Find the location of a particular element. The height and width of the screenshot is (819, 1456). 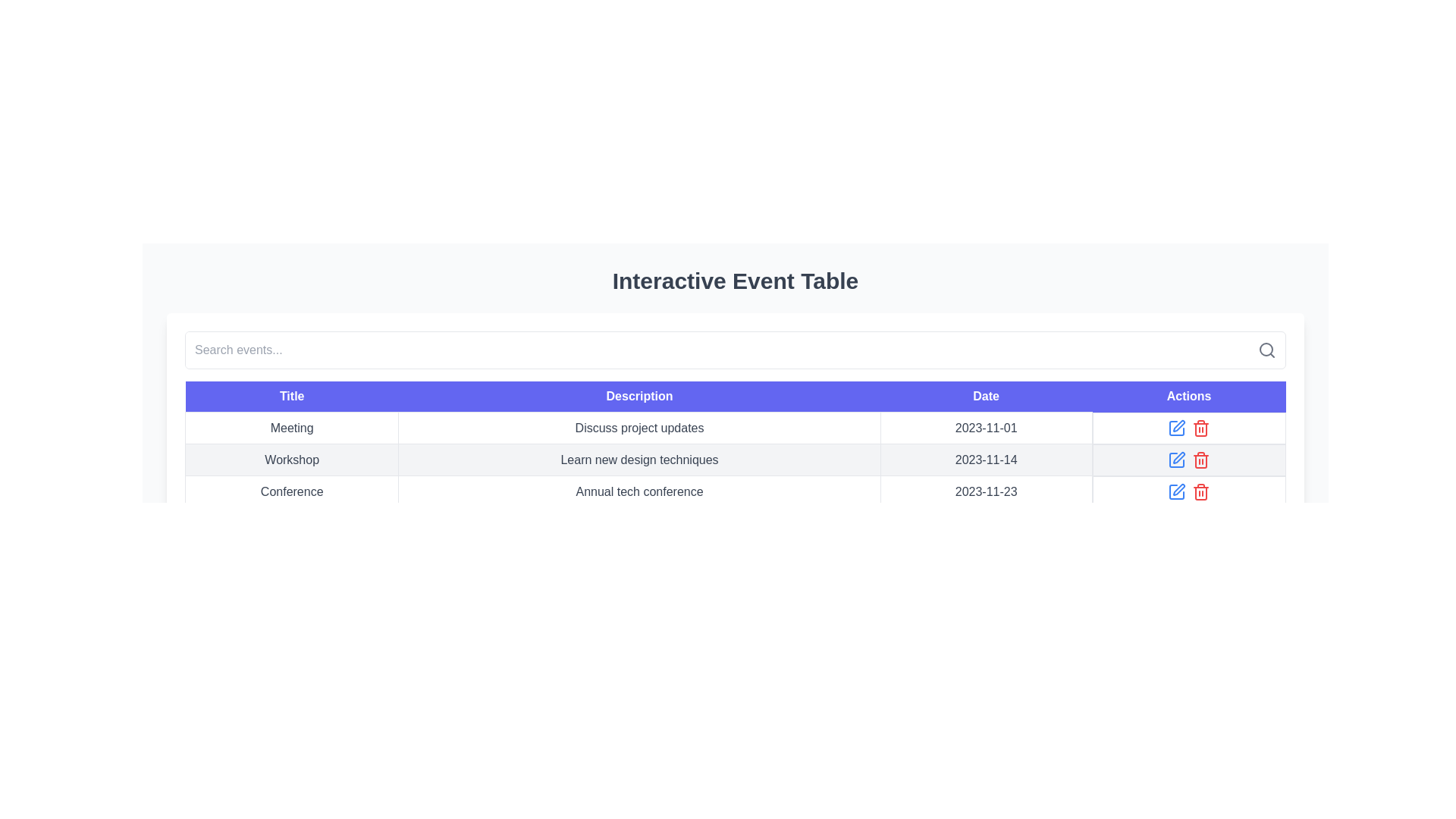

the red trash bin icon button located in the third row of the 'Actions' column in the table is located at coordinates (1200, 460).